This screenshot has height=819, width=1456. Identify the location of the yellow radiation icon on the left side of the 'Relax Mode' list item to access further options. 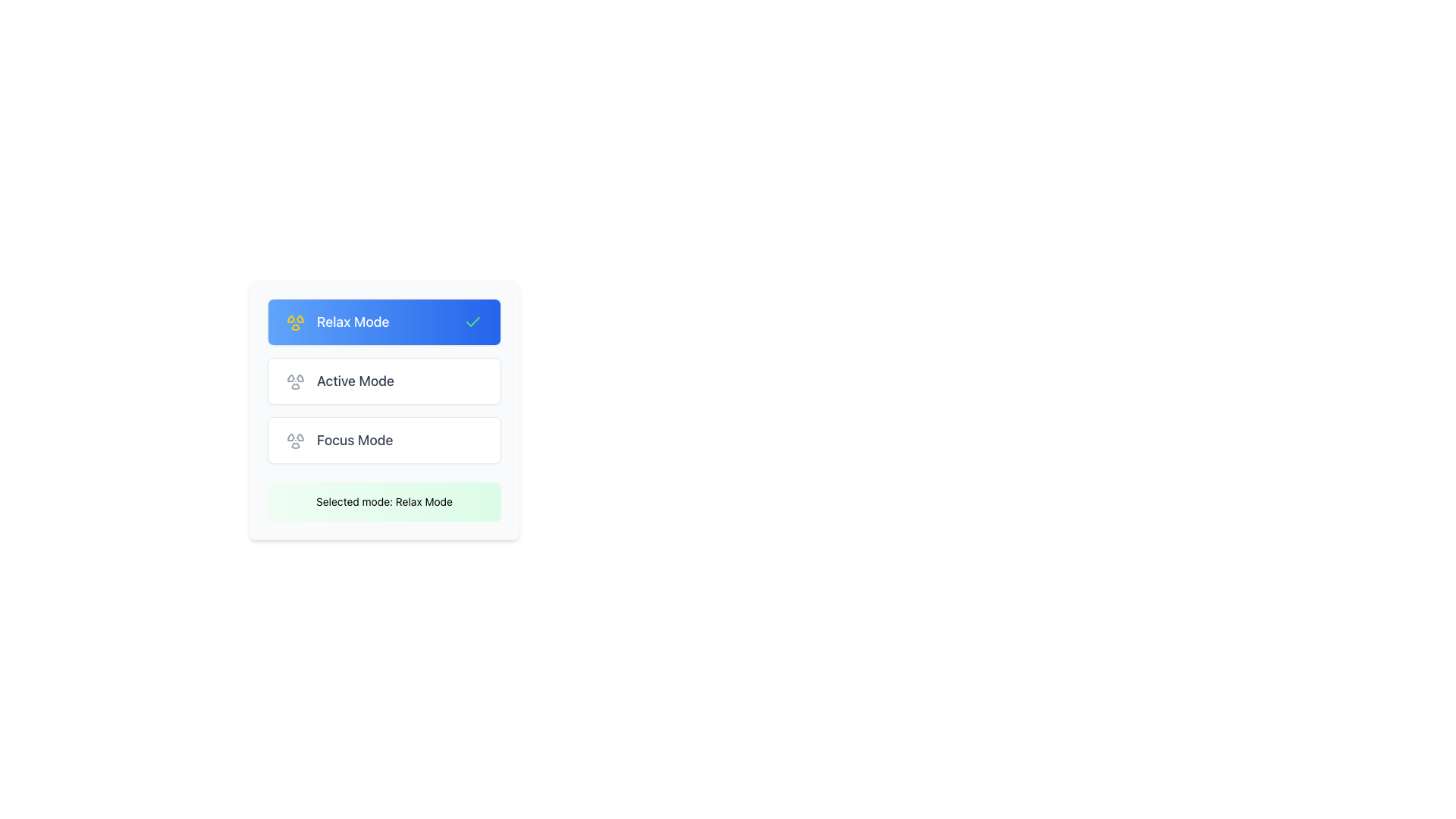
(337, 321).